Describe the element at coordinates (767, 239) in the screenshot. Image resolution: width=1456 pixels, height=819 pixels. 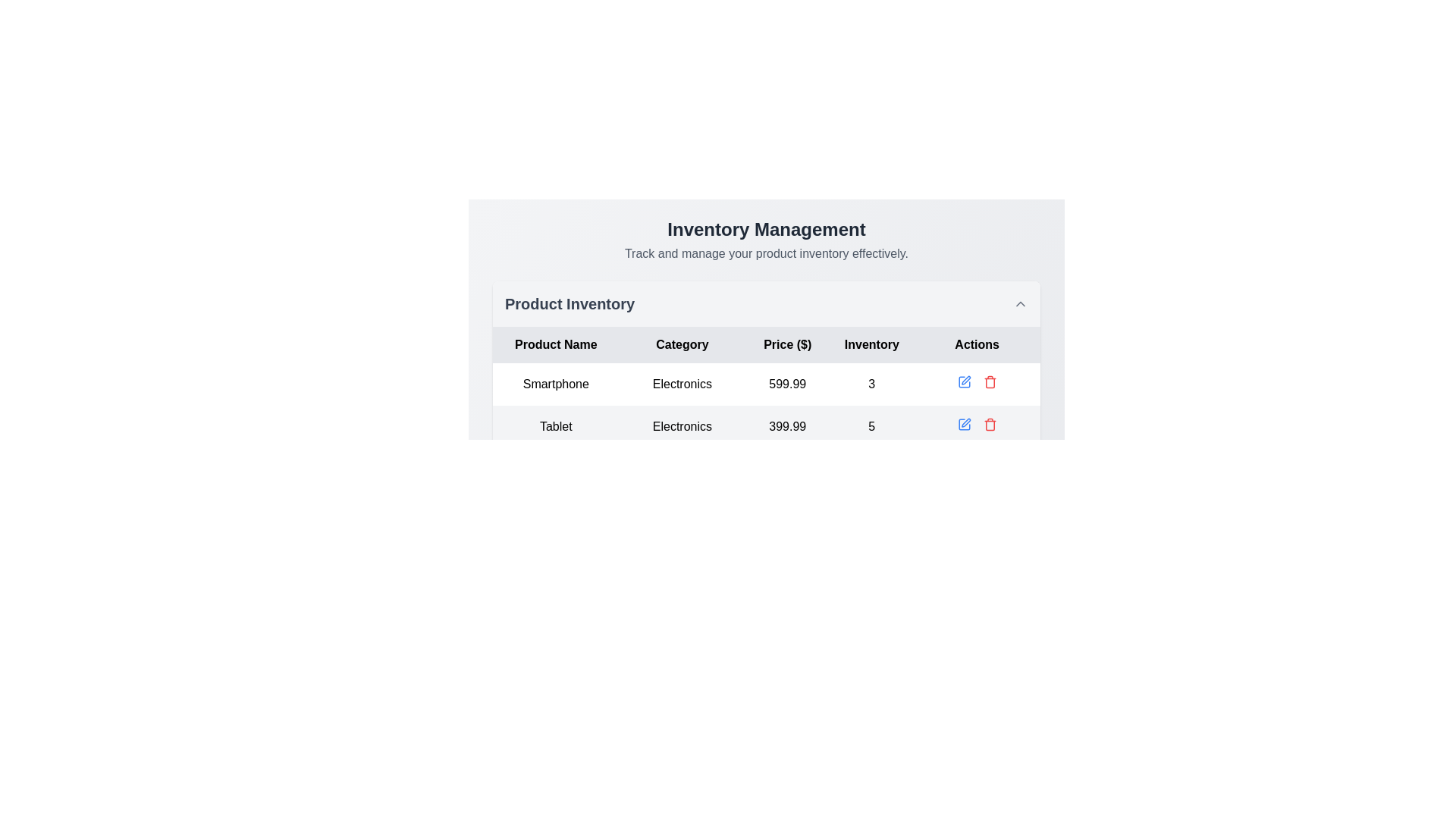
I see `the textual content that introduces and describes the purpose of the inventory management interface, located directly above the 'Product Inventory' section` at that location.